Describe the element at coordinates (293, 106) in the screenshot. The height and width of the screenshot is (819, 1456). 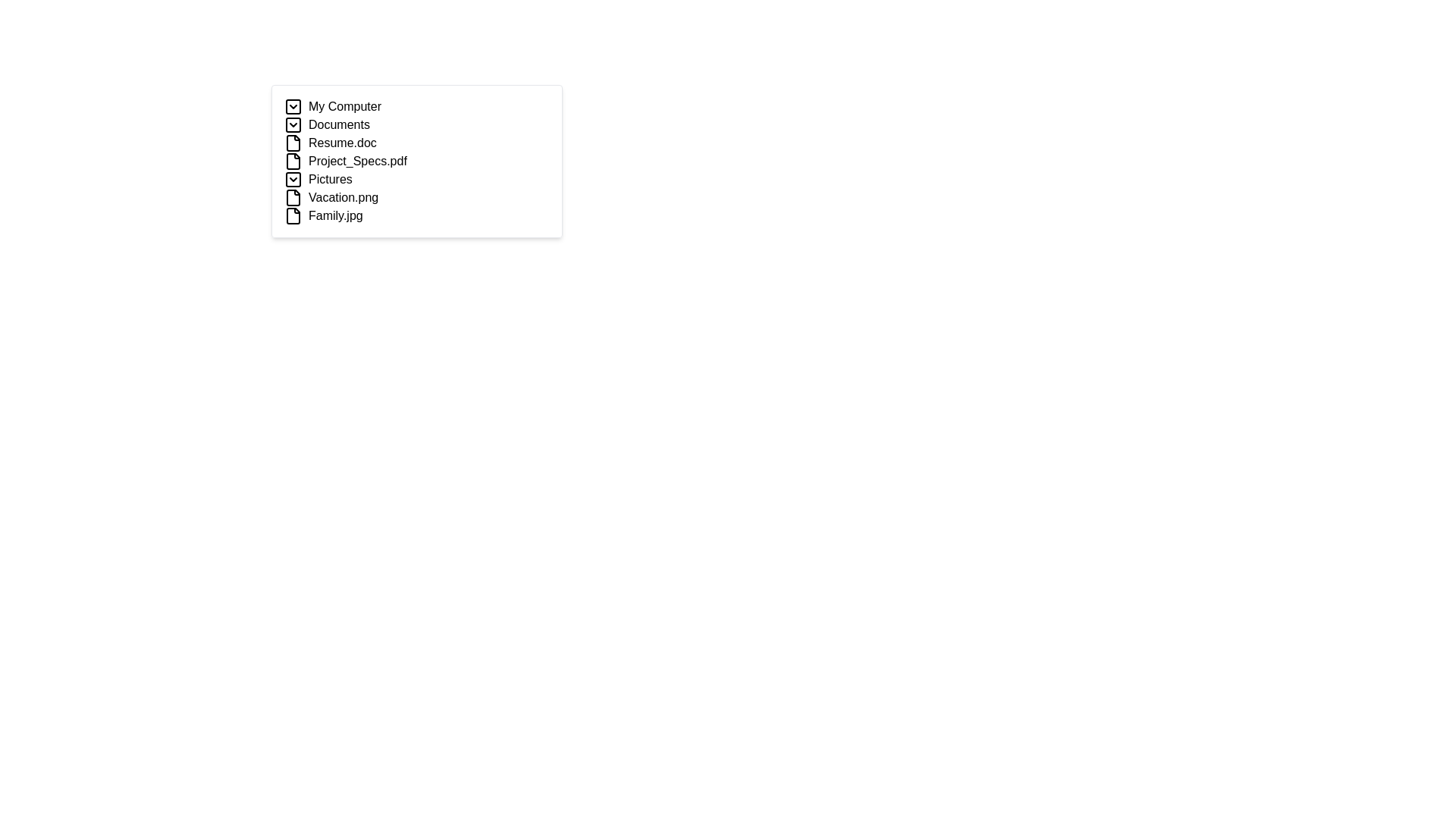
I see `the downward pointing chevron arrow icon next to the 'My Computer' label` at that location.